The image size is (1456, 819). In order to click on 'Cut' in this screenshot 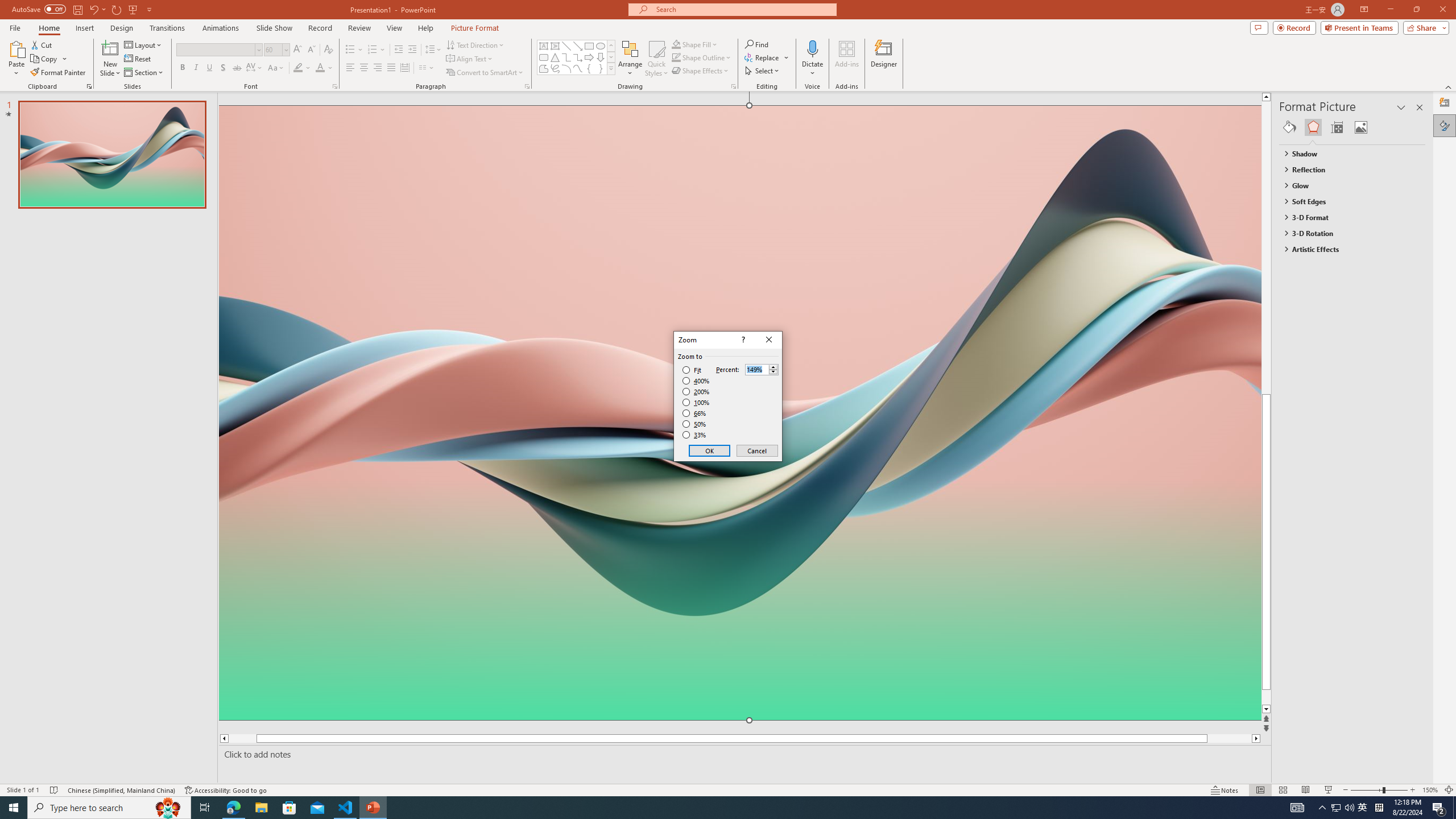, I will do `click(42, 44)`.